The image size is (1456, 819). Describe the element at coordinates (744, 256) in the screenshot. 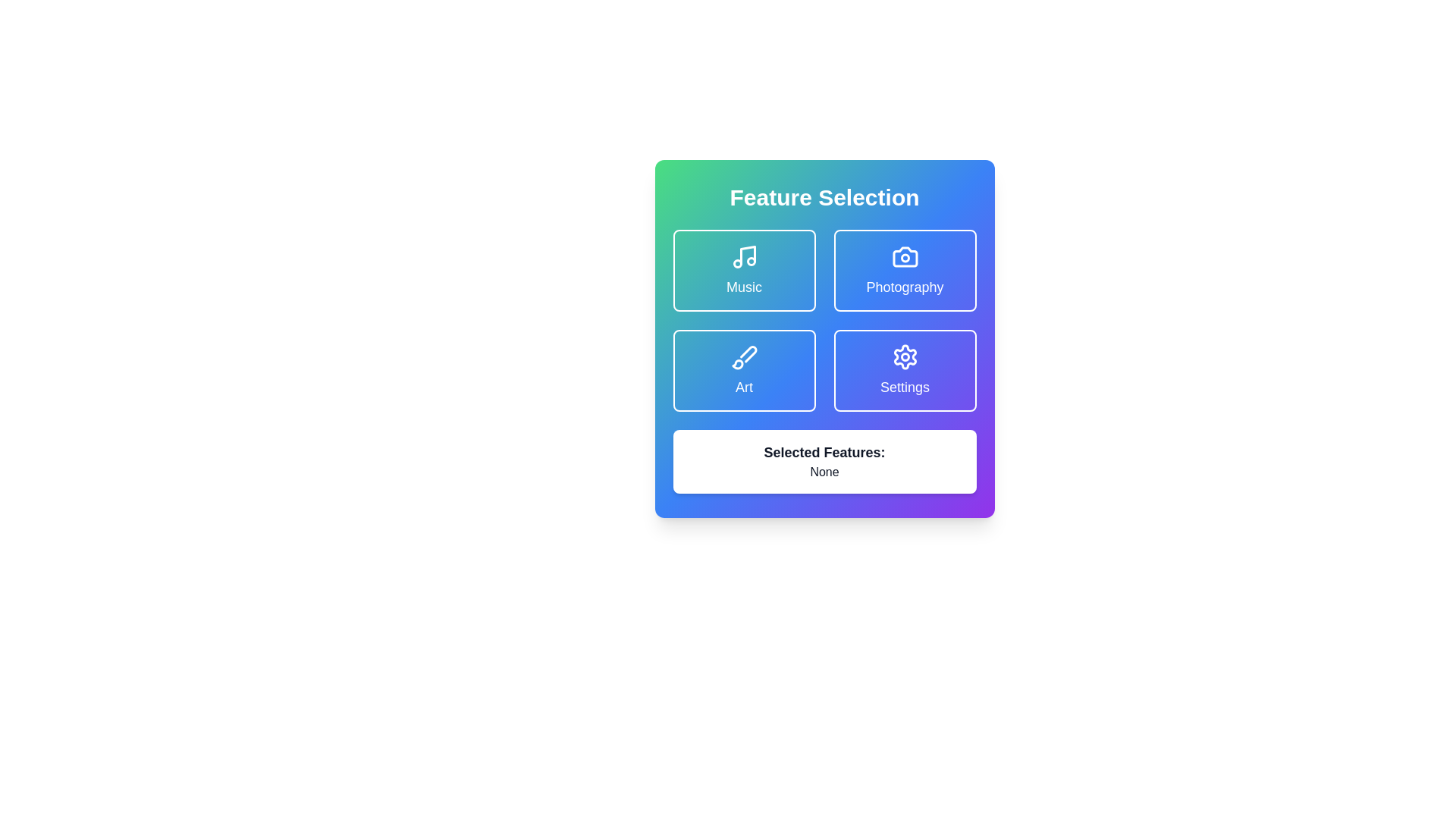

I see `the musical note icon with a white outline located at the top-left corner of the 'Music' box` at that location.